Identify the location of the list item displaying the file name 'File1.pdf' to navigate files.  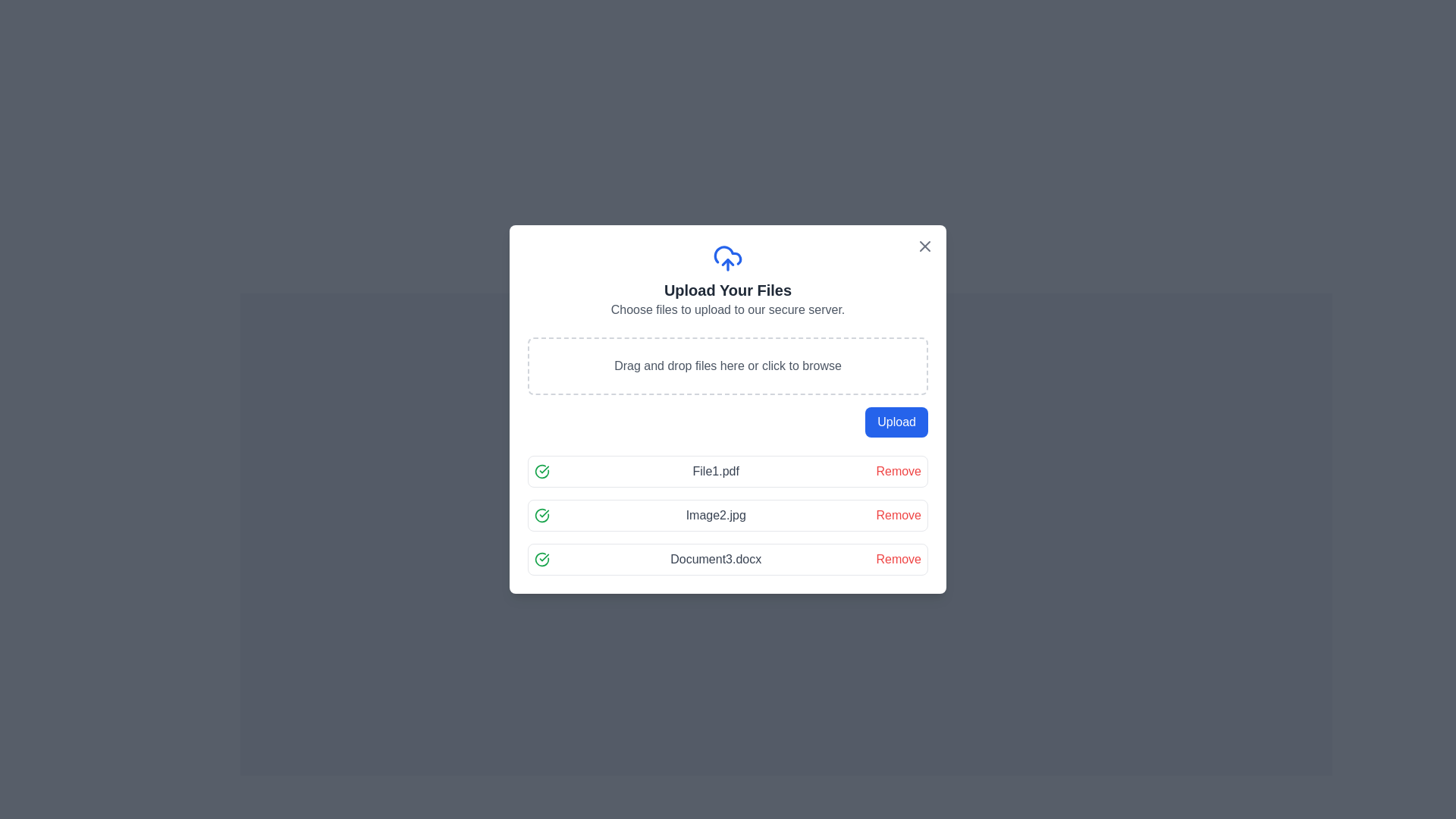
(728, 470).